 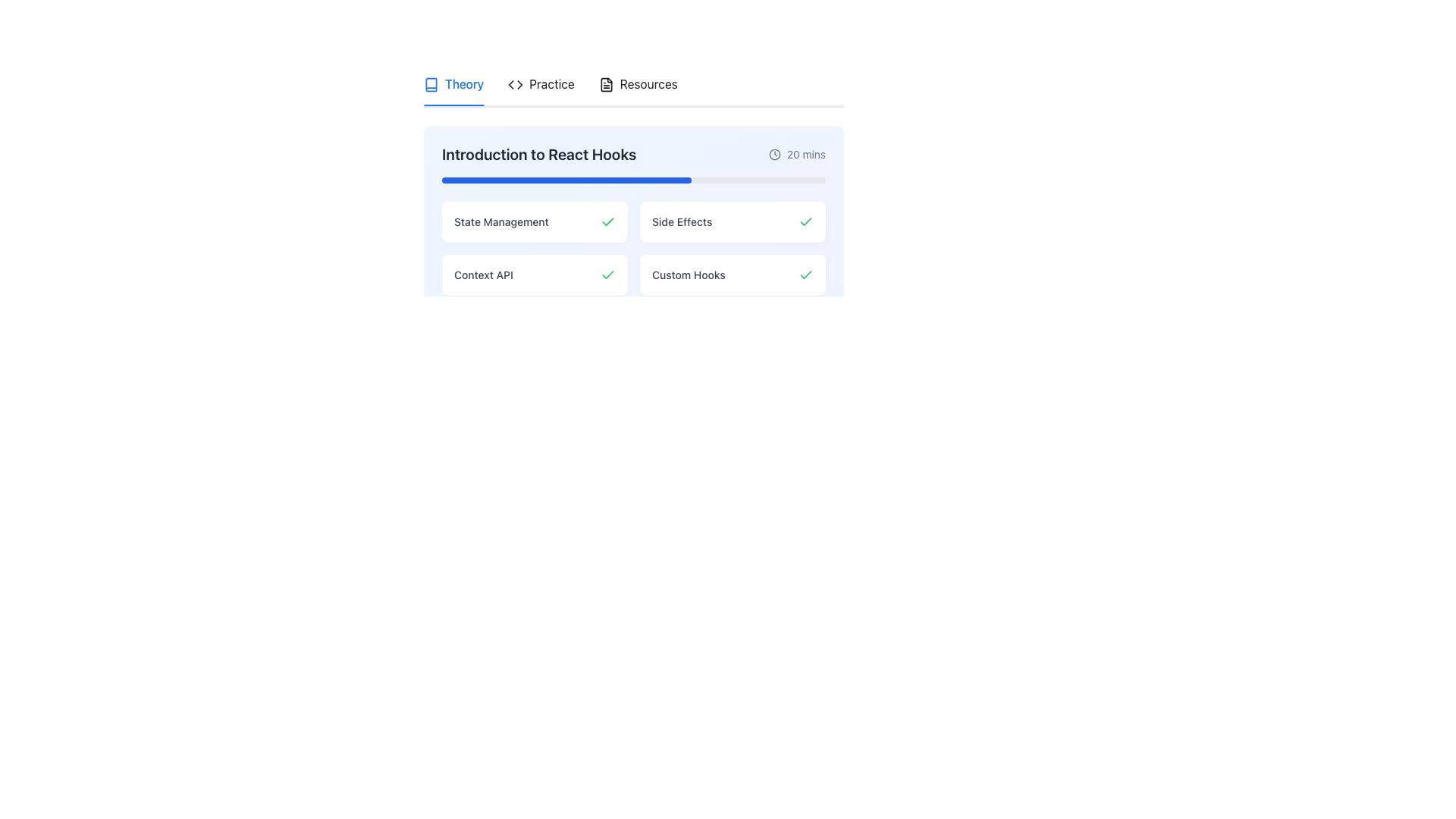 What do you see at coordinates (638, 84) in the screenshot?
I see `the 'Resources' tab, which is the third item in the horizontal navigation bar` at bounding box center [638, 84].